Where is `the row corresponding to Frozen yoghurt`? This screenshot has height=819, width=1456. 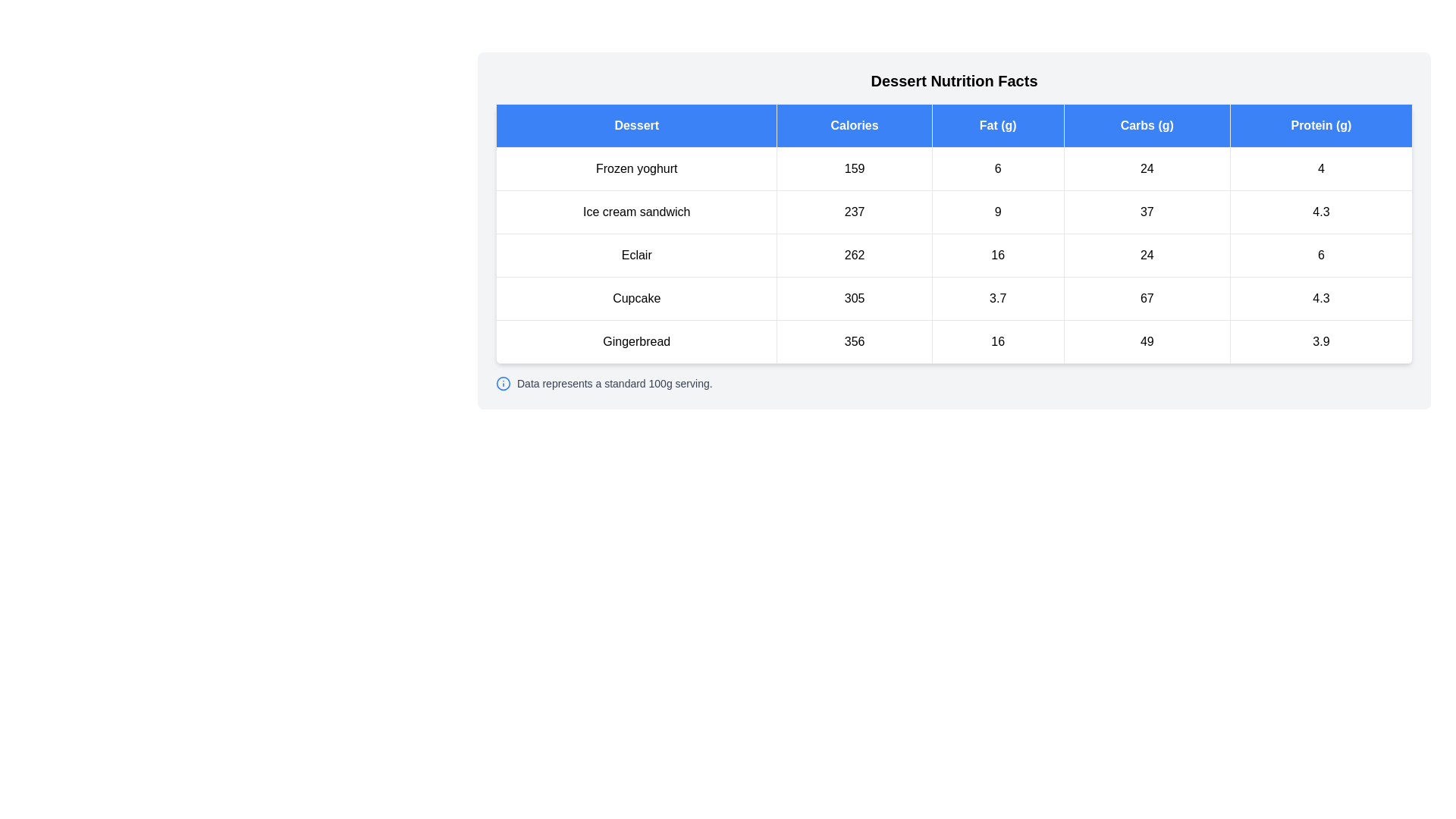
the row corresponding to Frozen yoghurt is located at coordinates (953, 169).